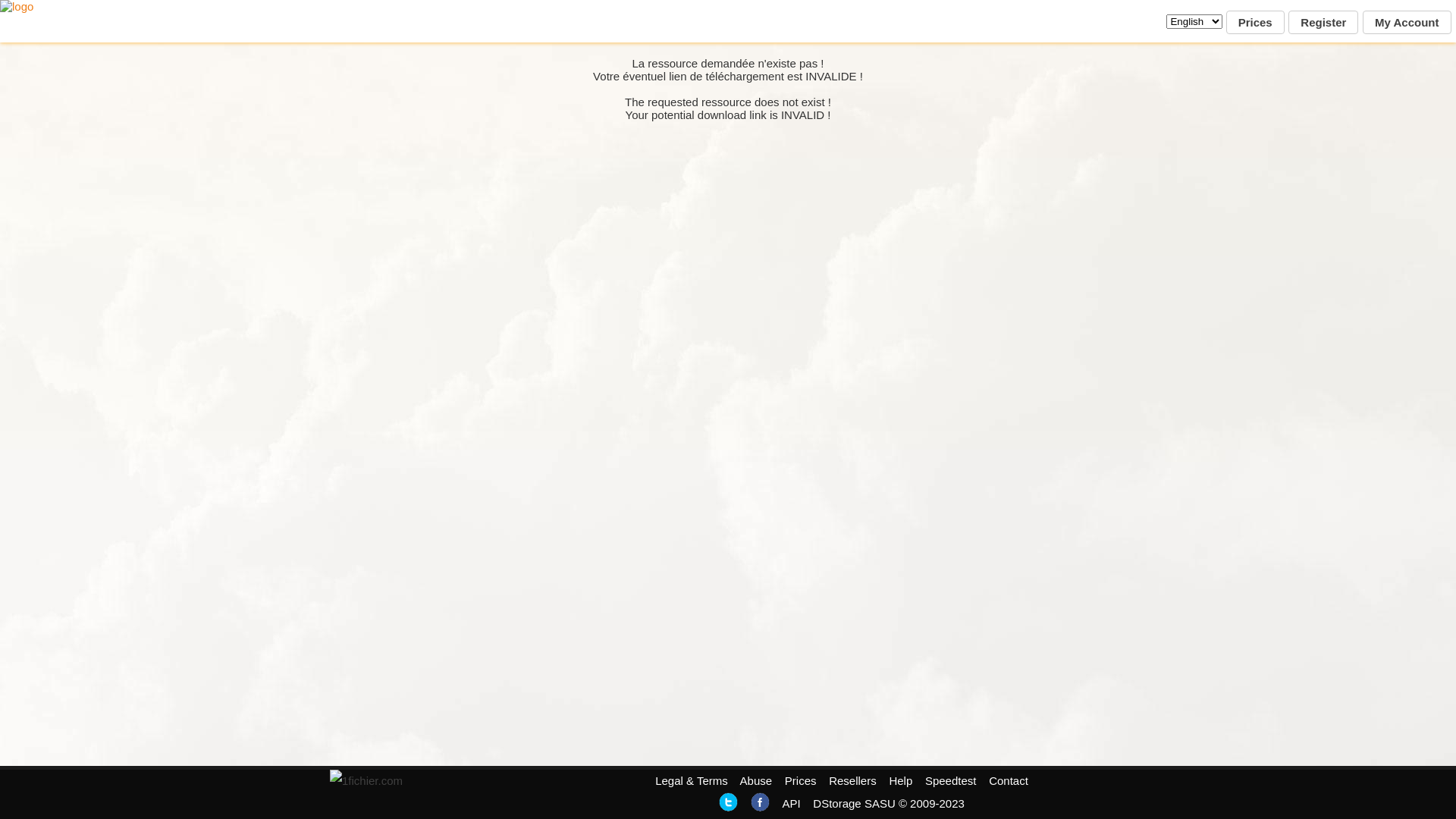 This screenshot has height=819, width=1456. What do you see at coordinates (989, 780) in the screenshot?
I see `'Contact'` at bounding box center [989, 780].